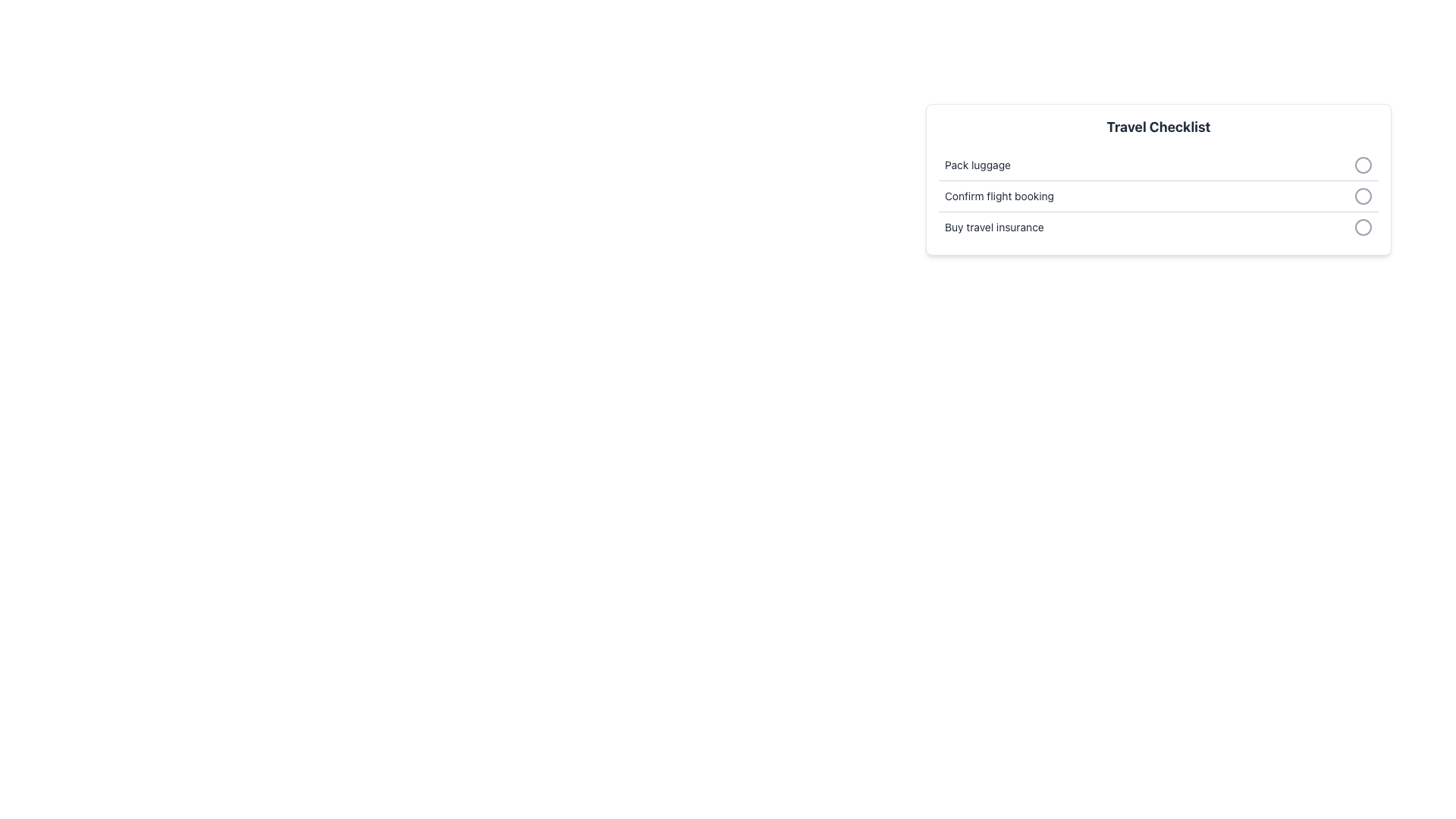  Describe the element at coordinates (977, 165) in the screenshot. I see `the 'Pack luggage' label which is a small-sized text element in gray color, part of the checklist item layout` at that location.